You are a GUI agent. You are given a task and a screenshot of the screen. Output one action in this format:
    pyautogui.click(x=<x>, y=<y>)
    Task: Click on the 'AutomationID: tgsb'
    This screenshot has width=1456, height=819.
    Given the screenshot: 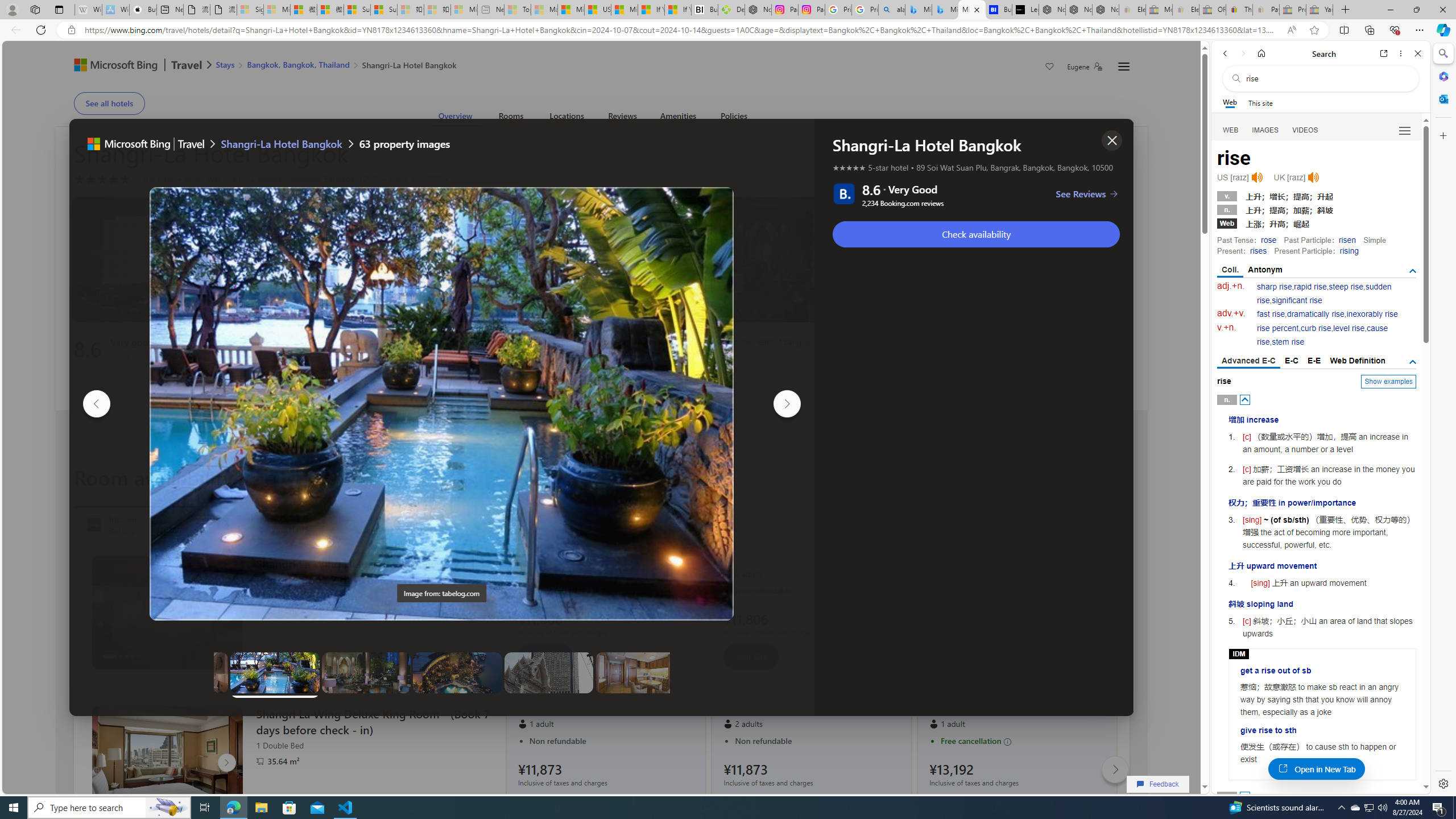 What is the action you would take?
    pyautogui.click(x=1412, y=270)
    